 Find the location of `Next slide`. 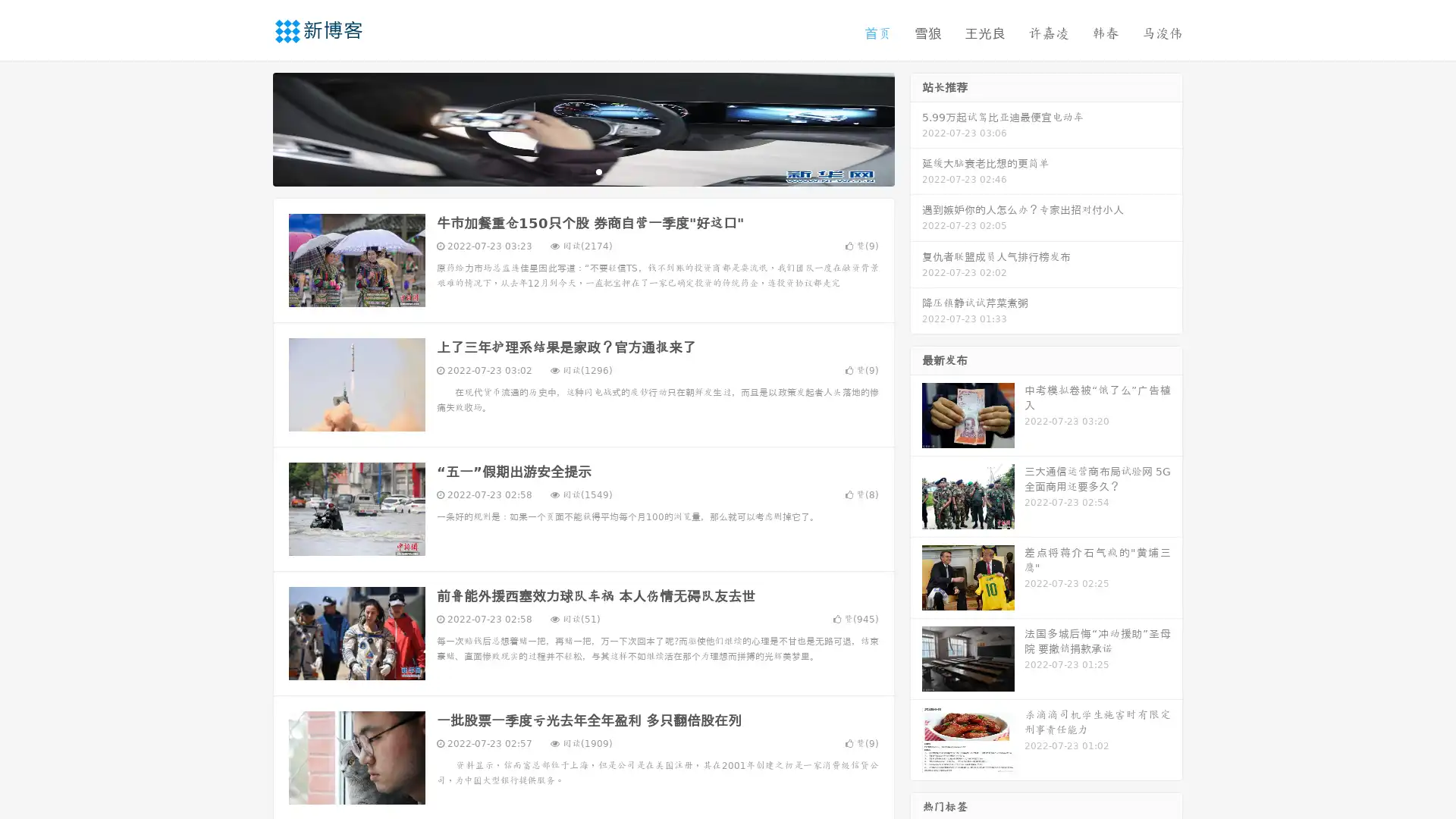

Next slide is located at coordinates (916, 127).